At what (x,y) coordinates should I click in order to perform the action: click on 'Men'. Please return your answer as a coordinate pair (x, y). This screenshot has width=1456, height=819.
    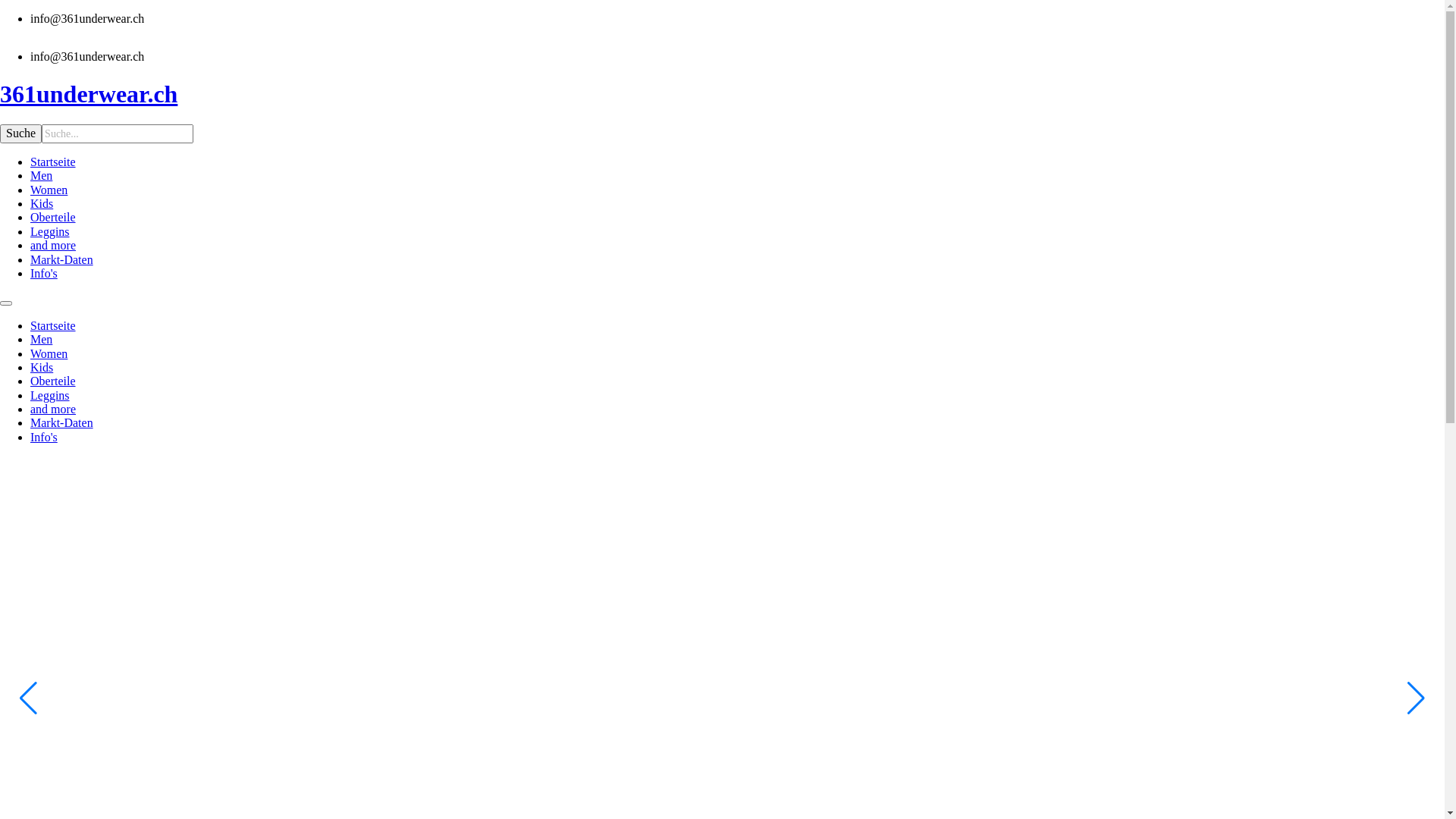
    Looking at the image, I should click on (41, 174).